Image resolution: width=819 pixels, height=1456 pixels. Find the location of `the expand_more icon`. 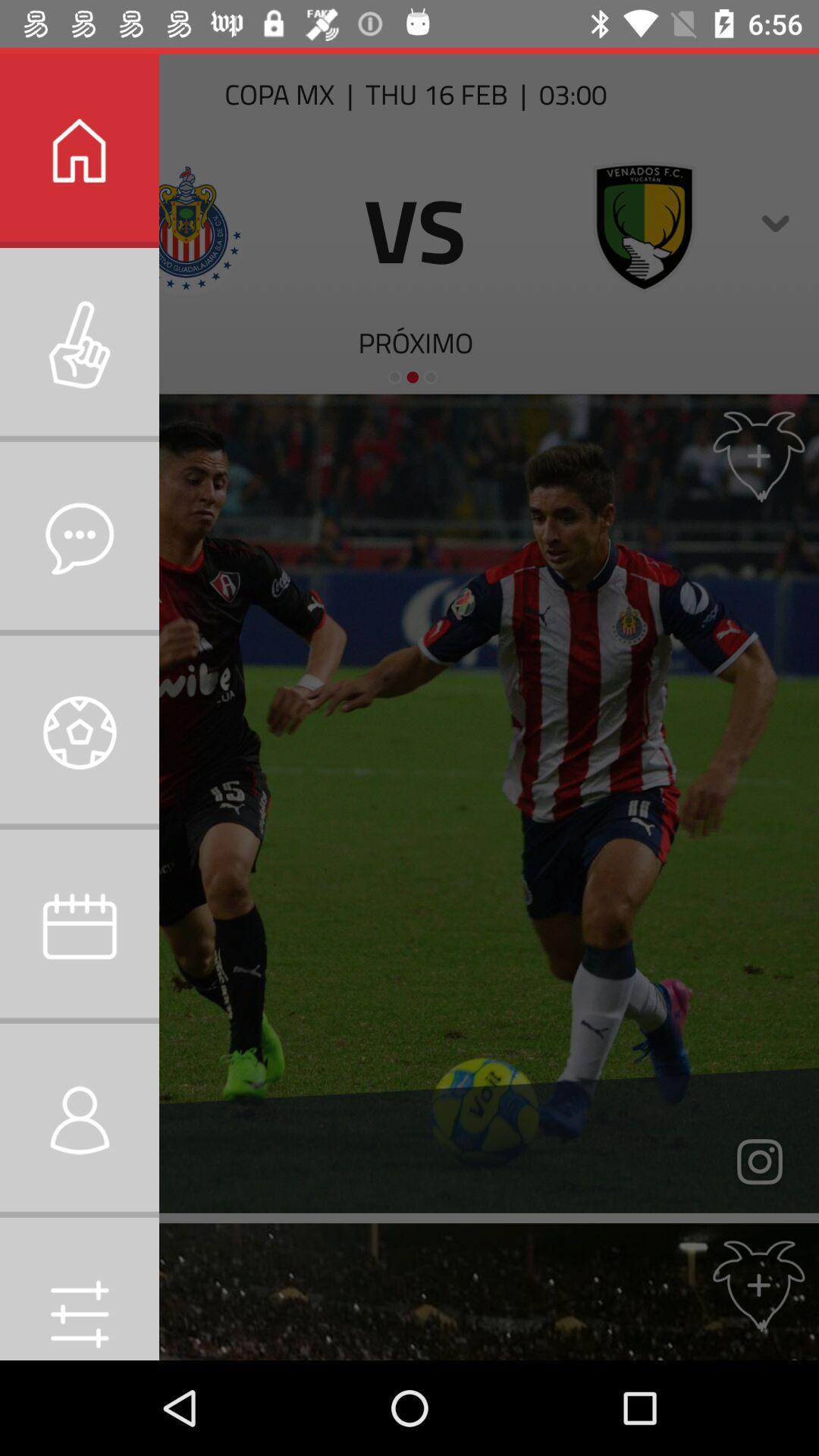

the expand_more icon is located at coordinates (775, 223).